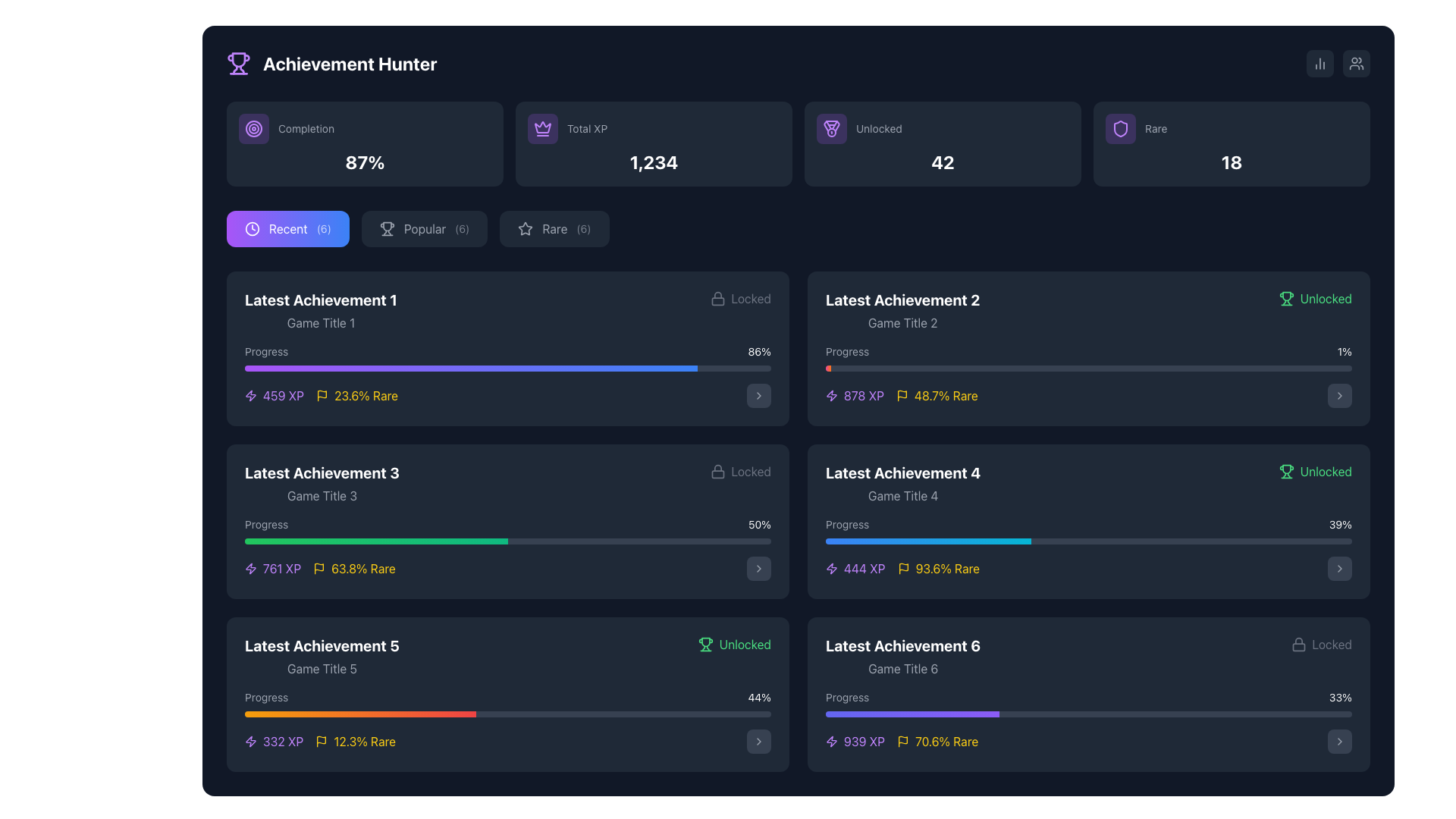  I want to click on the static text label displaying 'Game Title 1', which is located below 'Latest Achievement 1' and above a progress bar in the first achievement card, so click(320, 322).